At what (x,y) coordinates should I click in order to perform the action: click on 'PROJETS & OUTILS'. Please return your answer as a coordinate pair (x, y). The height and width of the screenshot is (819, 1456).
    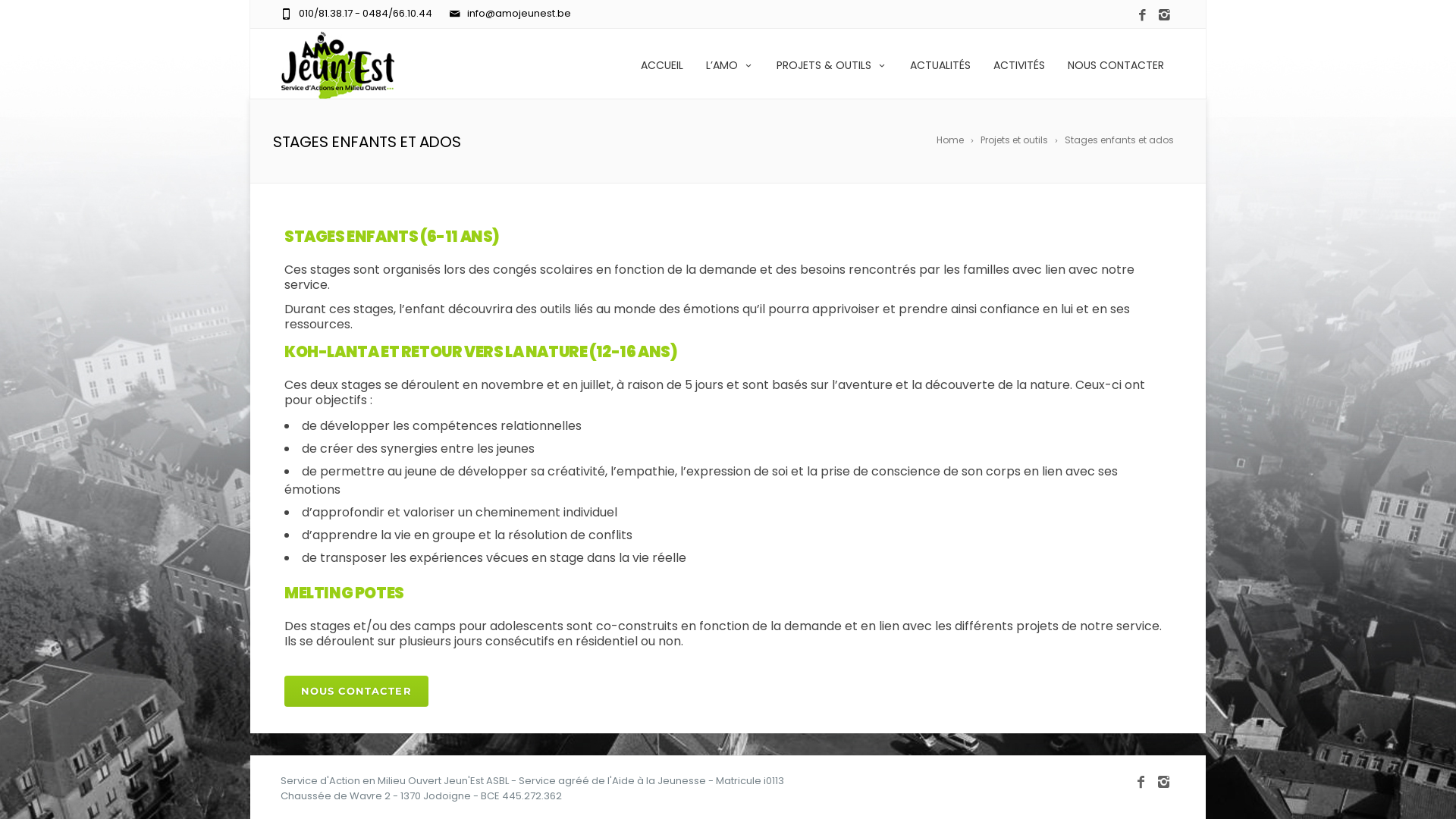
    Looking at the image, I should click on (831, 63).